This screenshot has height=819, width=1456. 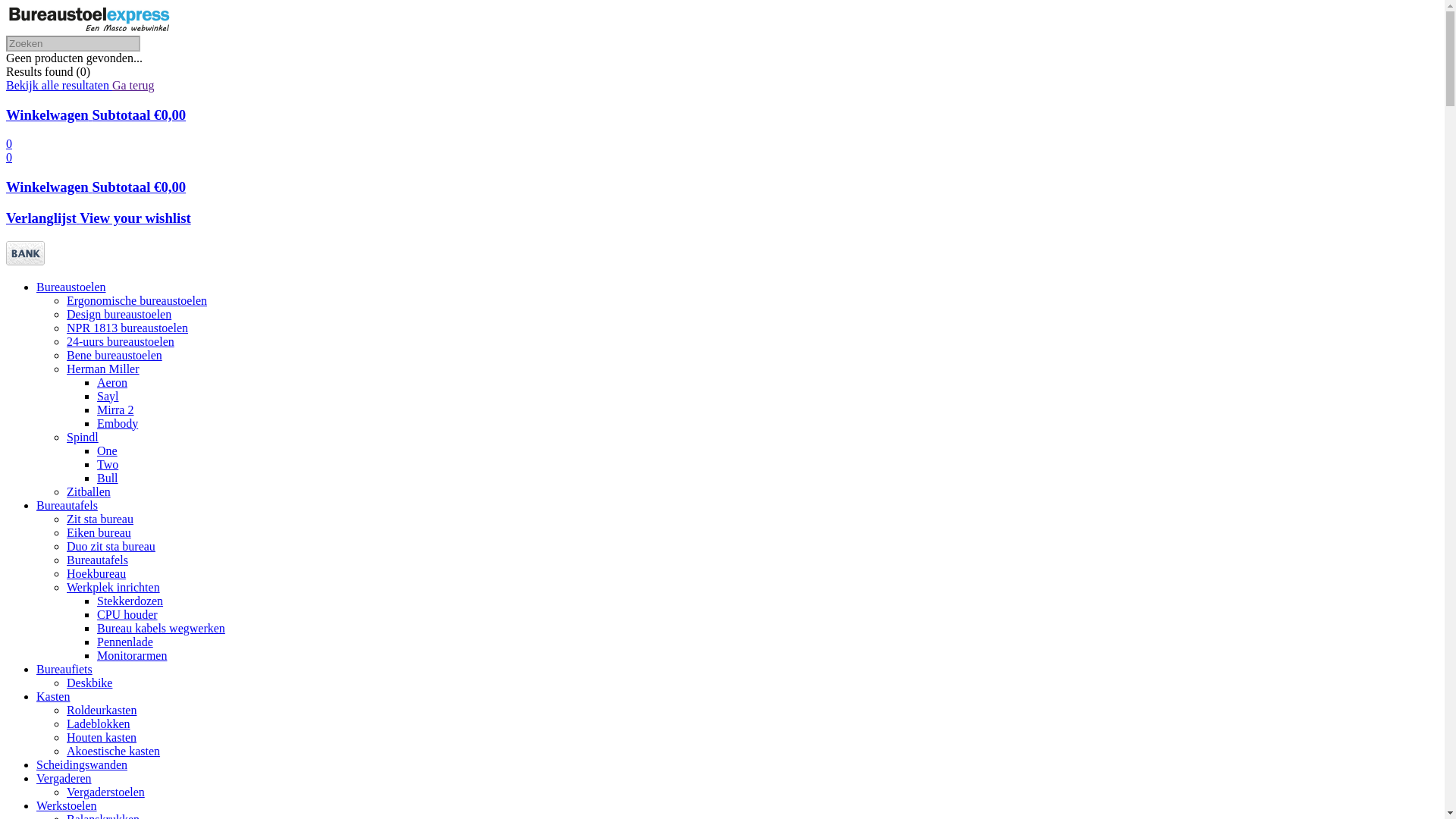 I want to click on 'One', so click(x=106, y=450).